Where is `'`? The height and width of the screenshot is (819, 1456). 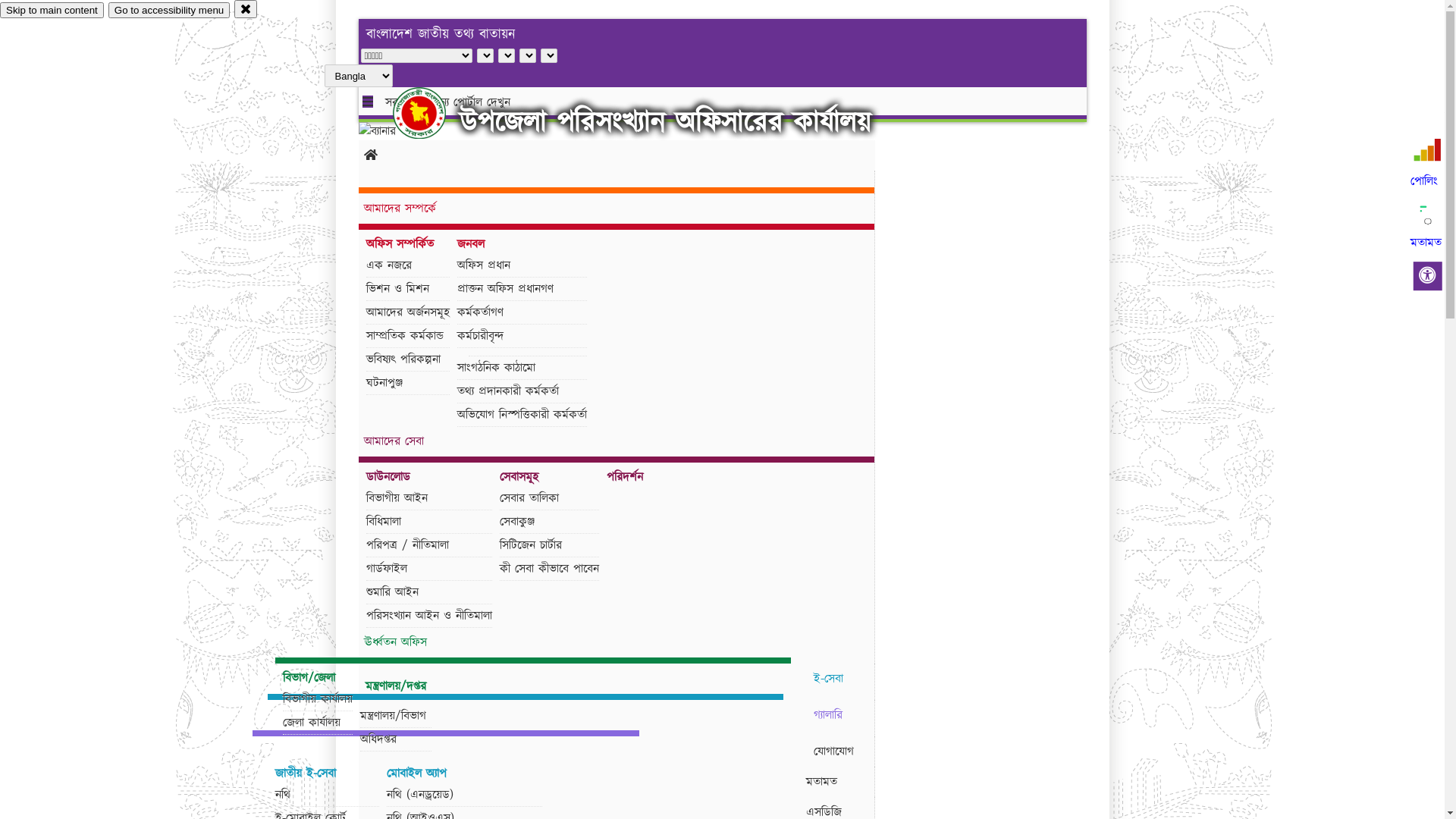 ' is located at coordinates (431, 112).